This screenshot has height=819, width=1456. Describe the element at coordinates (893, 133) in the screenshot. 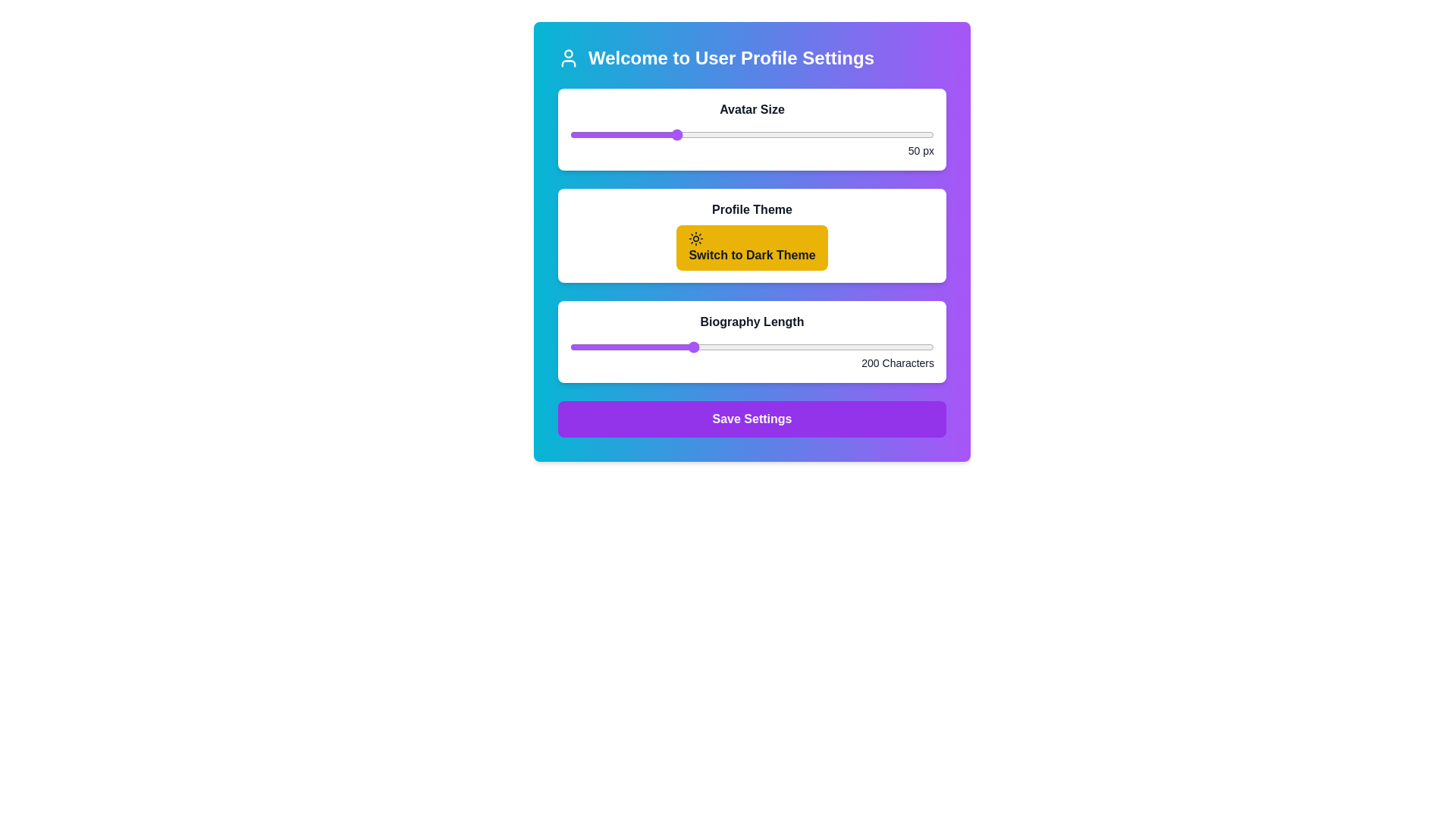

I see `avatar size` at that location.